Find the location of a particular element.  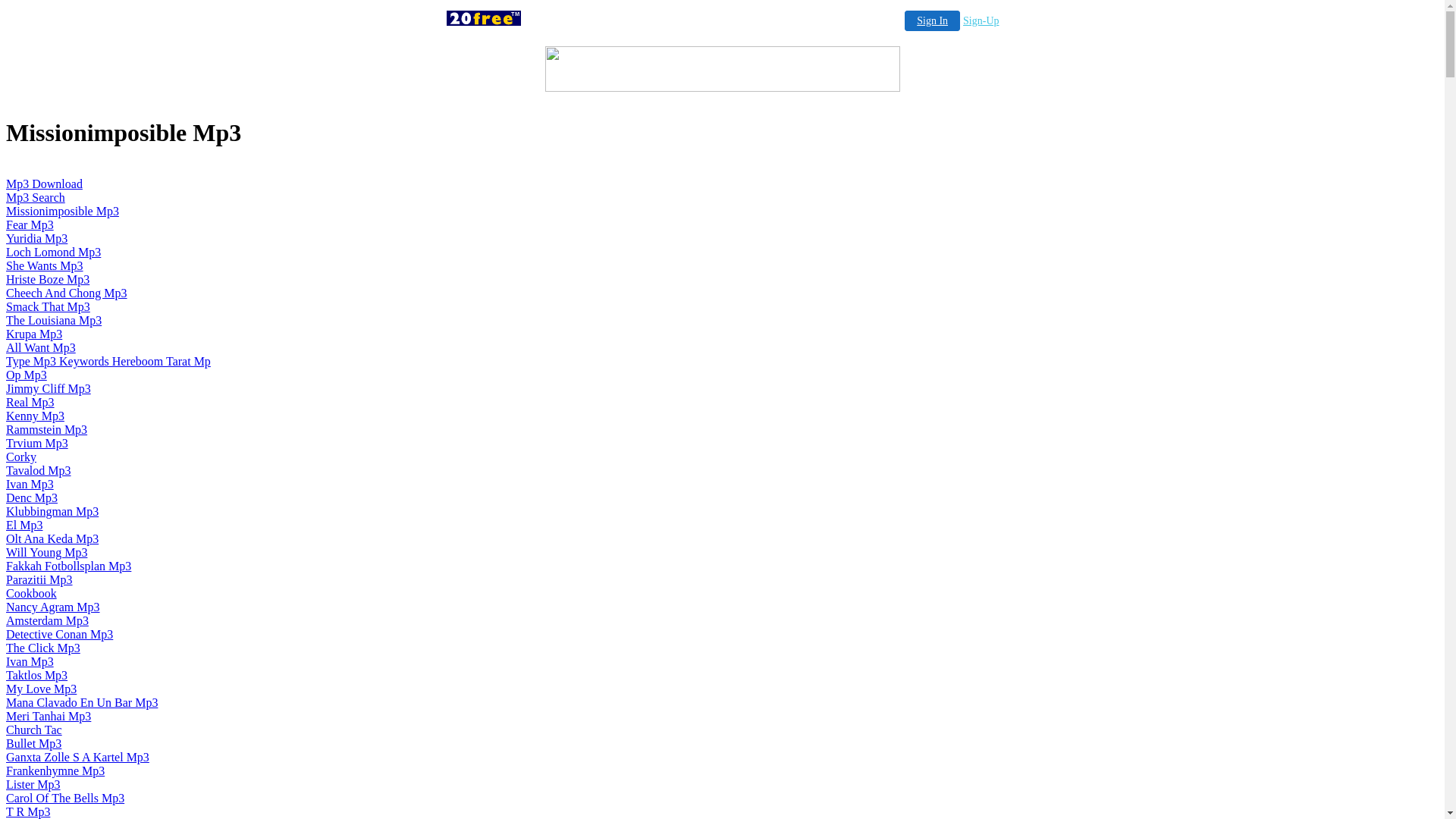

'Mp3 Search' is located at coordinates (36, 196).